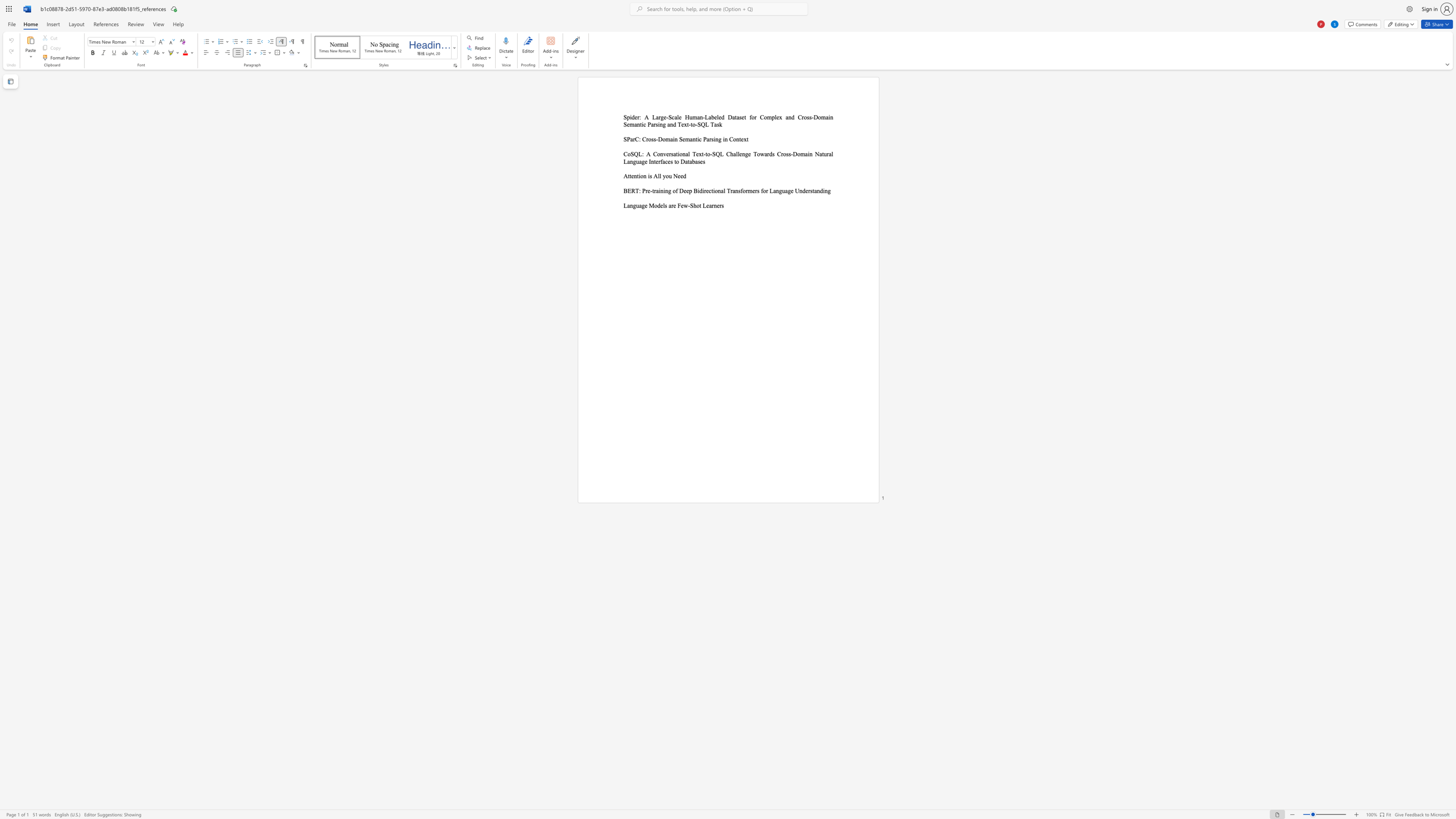  Describe the element at coordinates (633, 176) in the screenshot. I see `the subset text "nt" within the text "Attention is All you Need"` at that location.